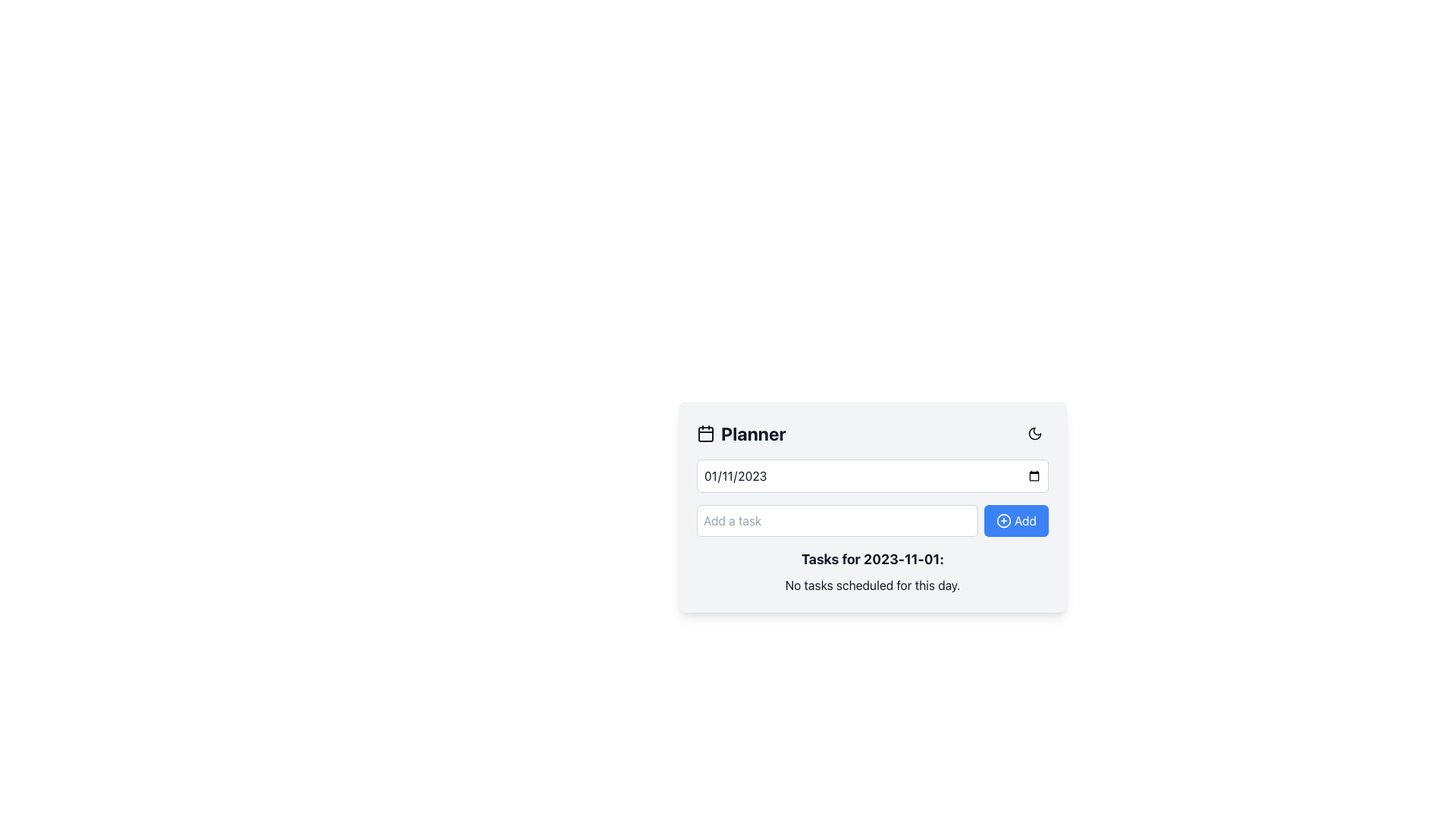  Describe the element at coordinates (1034, 433) in the screenshot. I see `the crescent moon-shaped icon located in the top-right corner of a card layout` at that location.